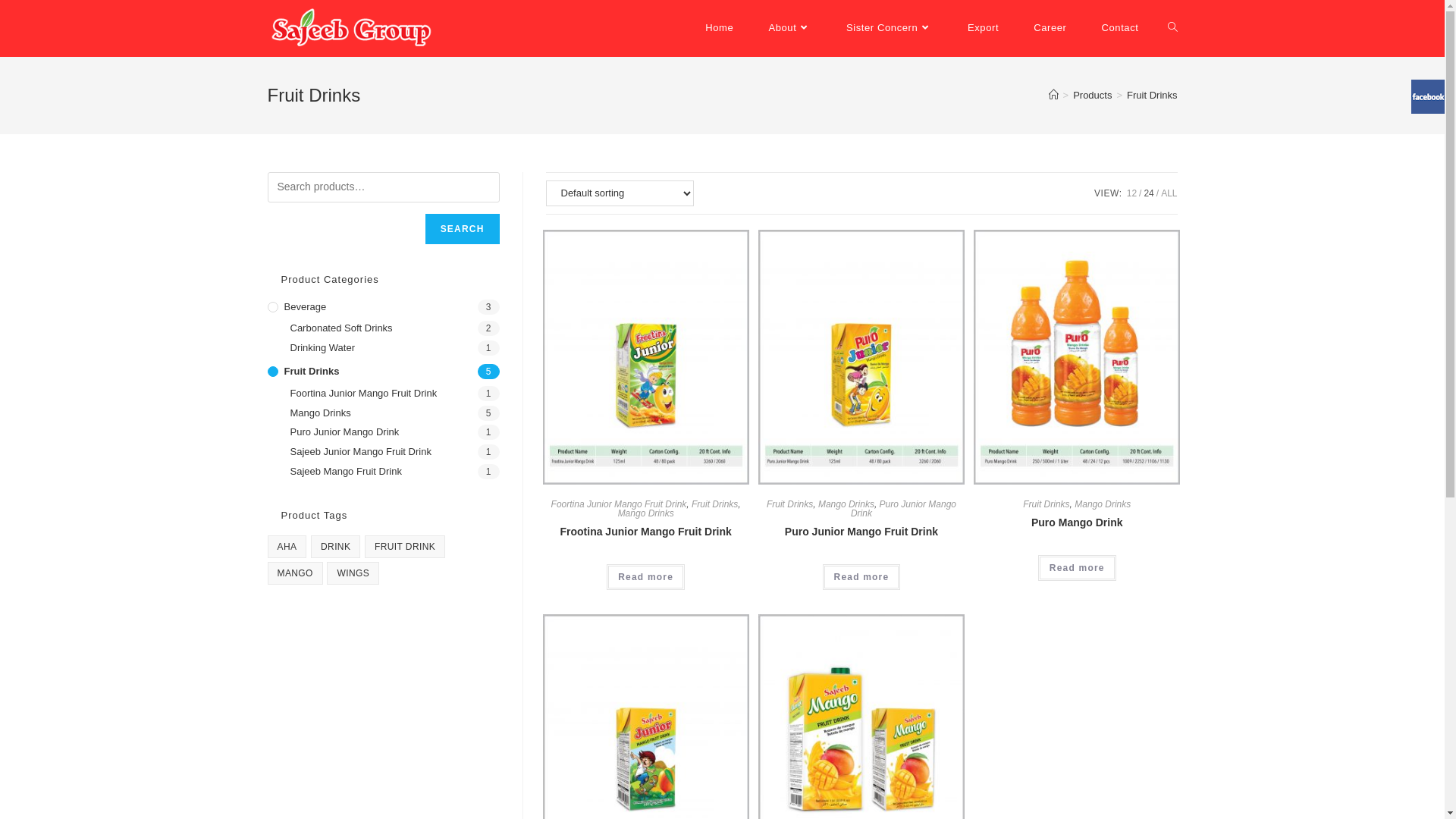  I want to click on 'About', so click(789, 28).